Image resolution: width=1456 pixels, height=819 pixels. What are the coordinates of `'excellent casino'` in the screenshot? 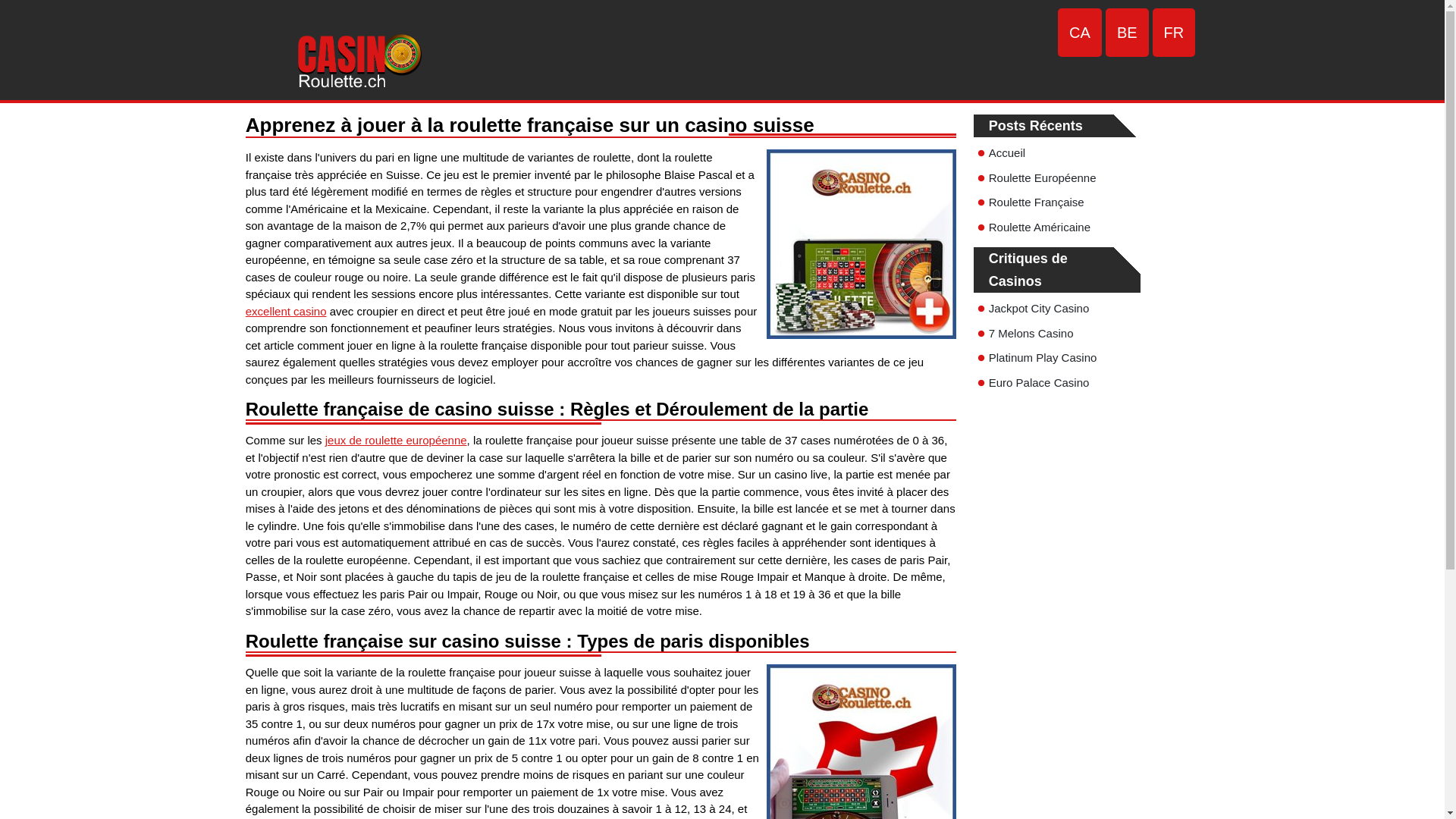 It's located at (286, 310).